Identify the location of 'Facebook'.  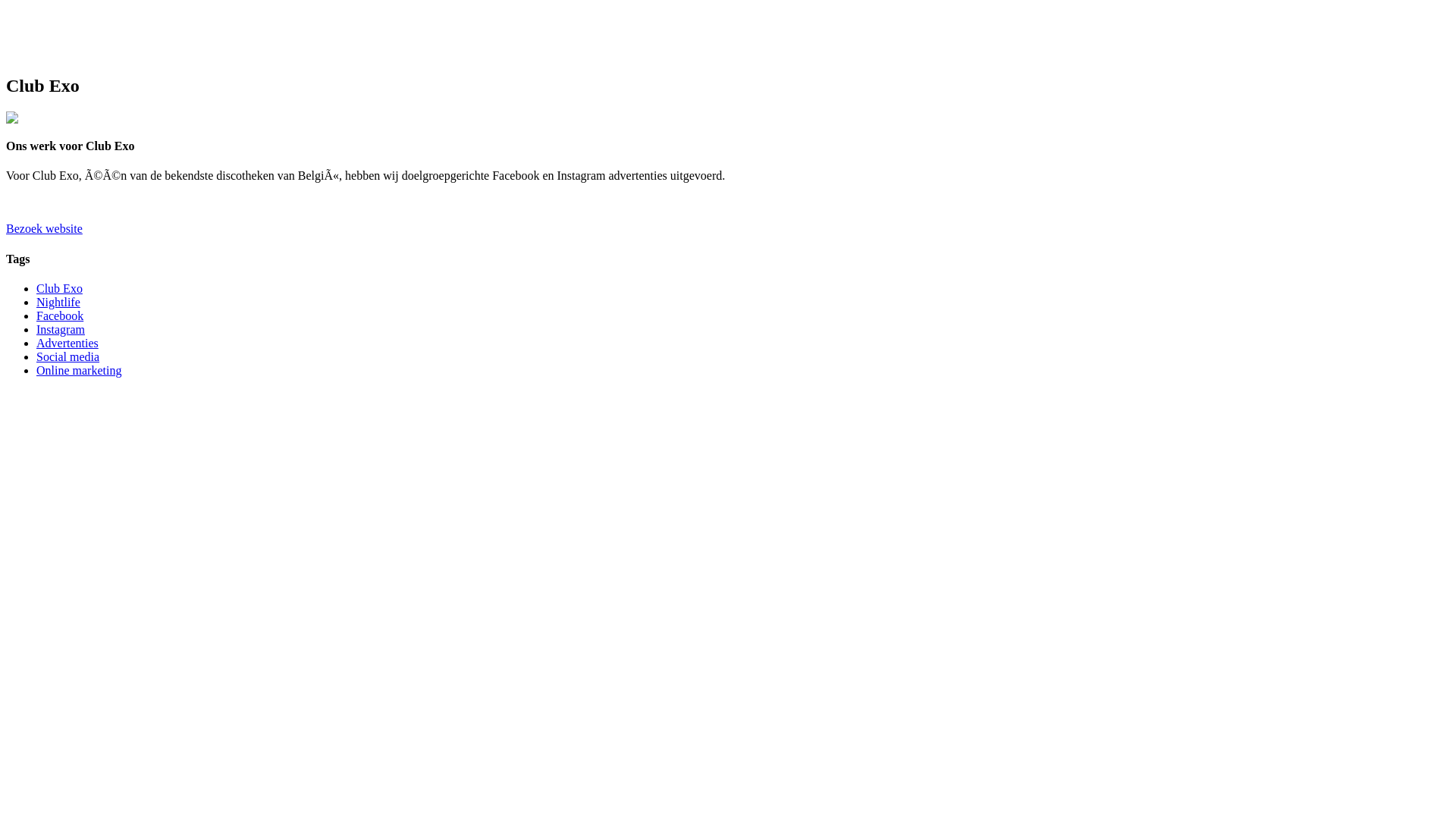
(59, 315).